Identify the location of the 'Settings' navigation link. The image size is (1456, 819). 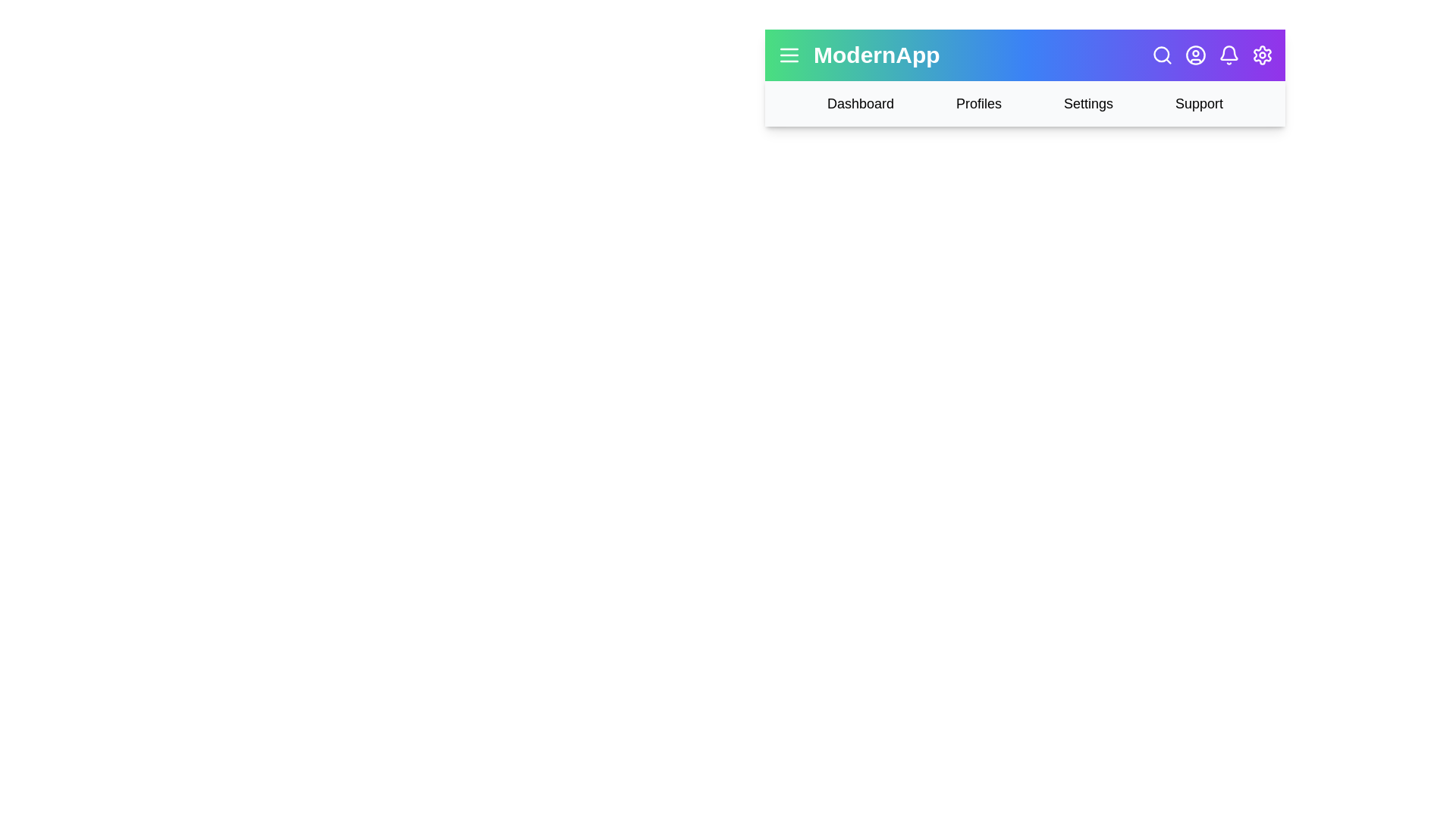
(1087, 103).